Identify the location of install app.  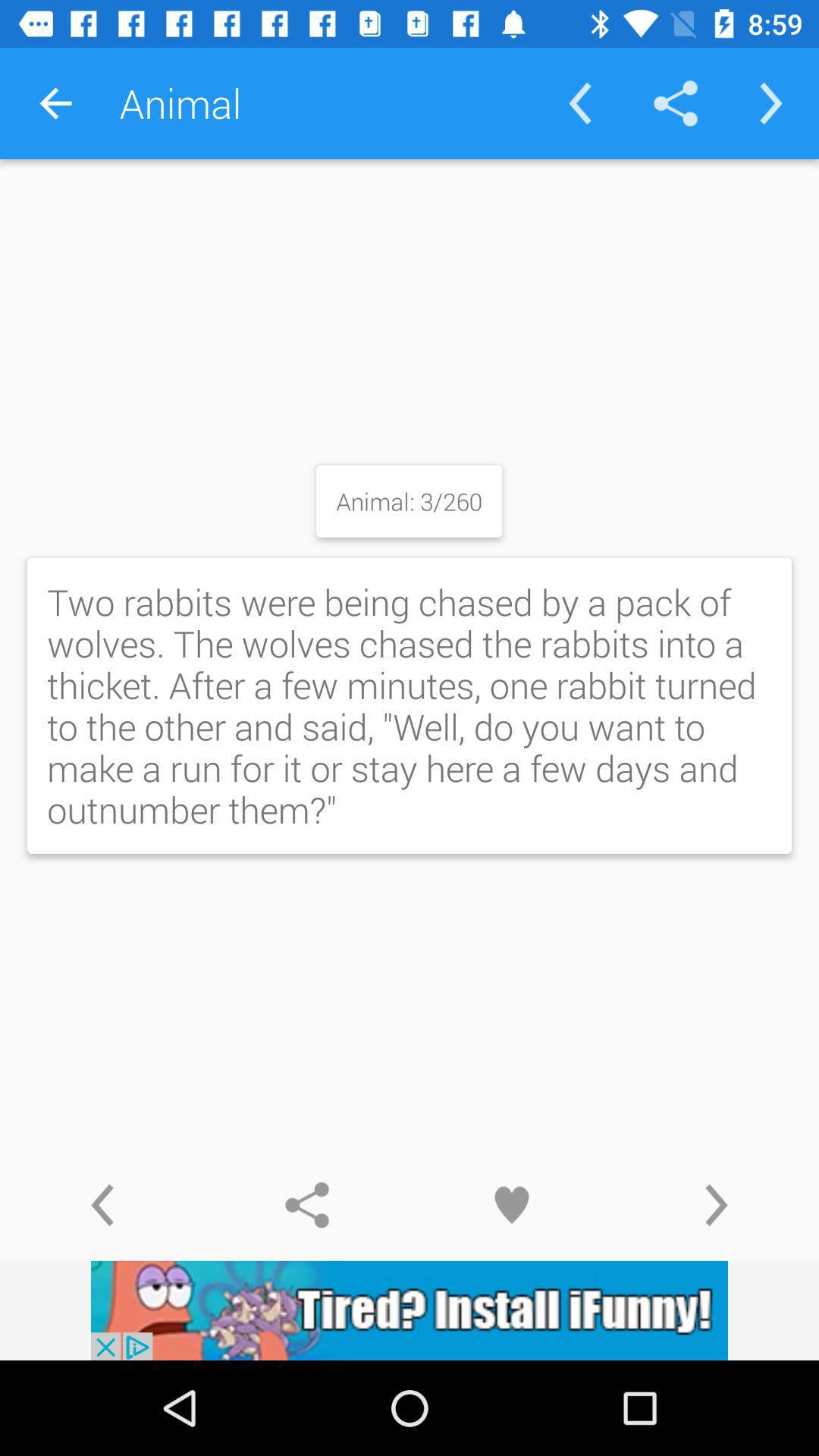
(409, 1310).